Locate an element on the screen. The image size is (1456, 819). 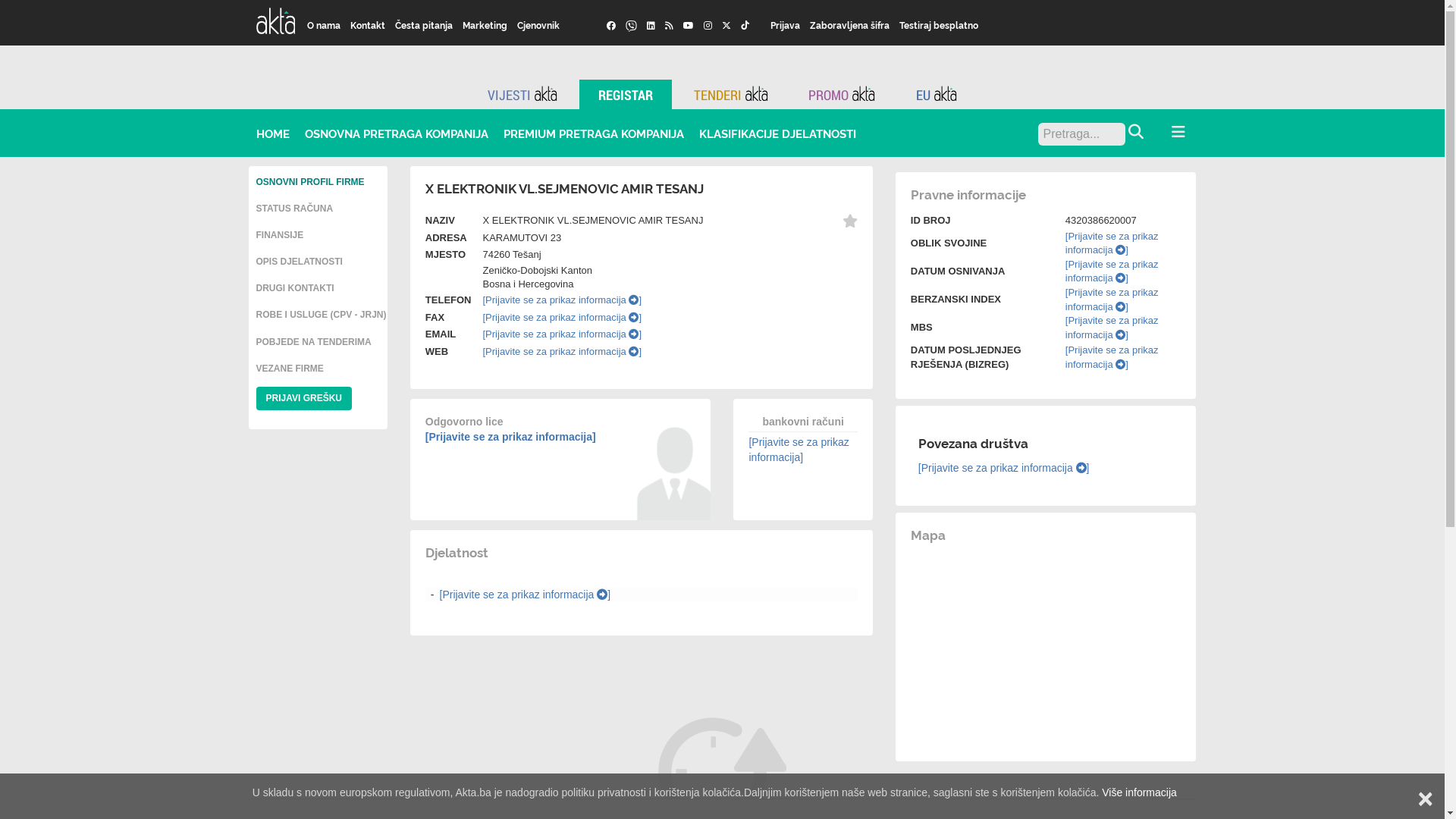
'ROBE I USLUGE (CPV - JRJN)' is located at coordinates (320, 314).